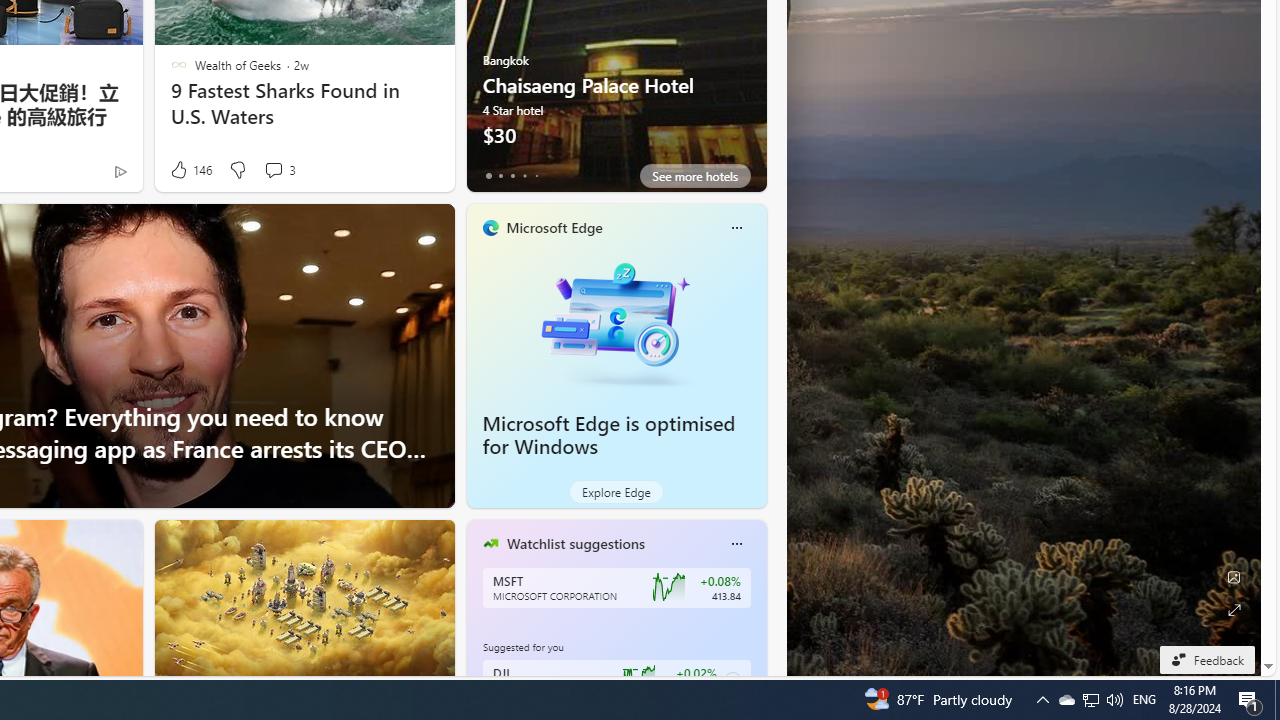 The width and height of the screenshot is (1280, 720). I want to click on 'tab-4', so click(536, 175).